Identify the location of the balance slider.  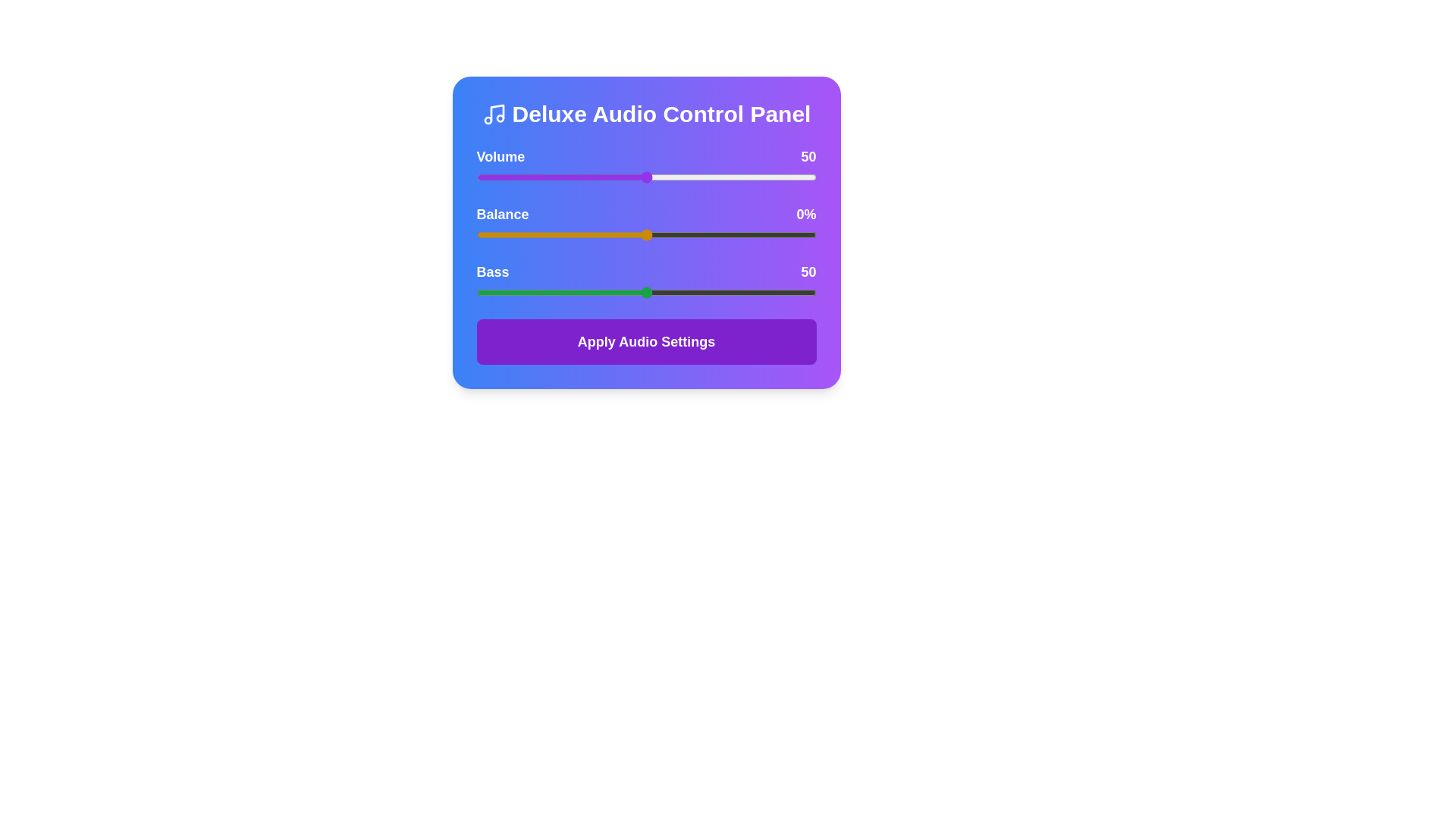
(720, 234).